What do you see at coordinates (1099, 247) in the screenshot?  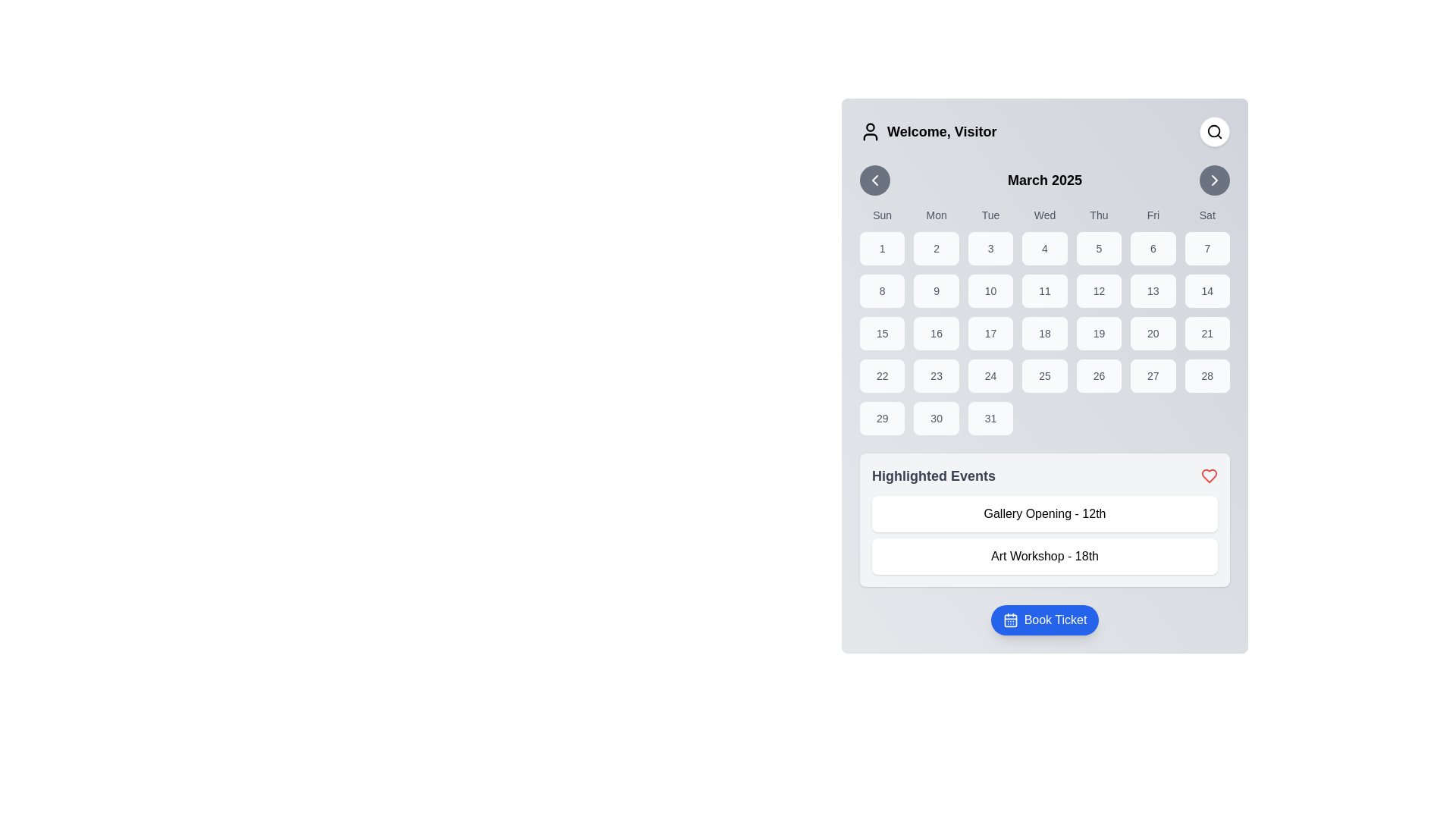 I see `the button representing the fifth day of March 2025 in the calendar` at bounding box center [1099, 247].